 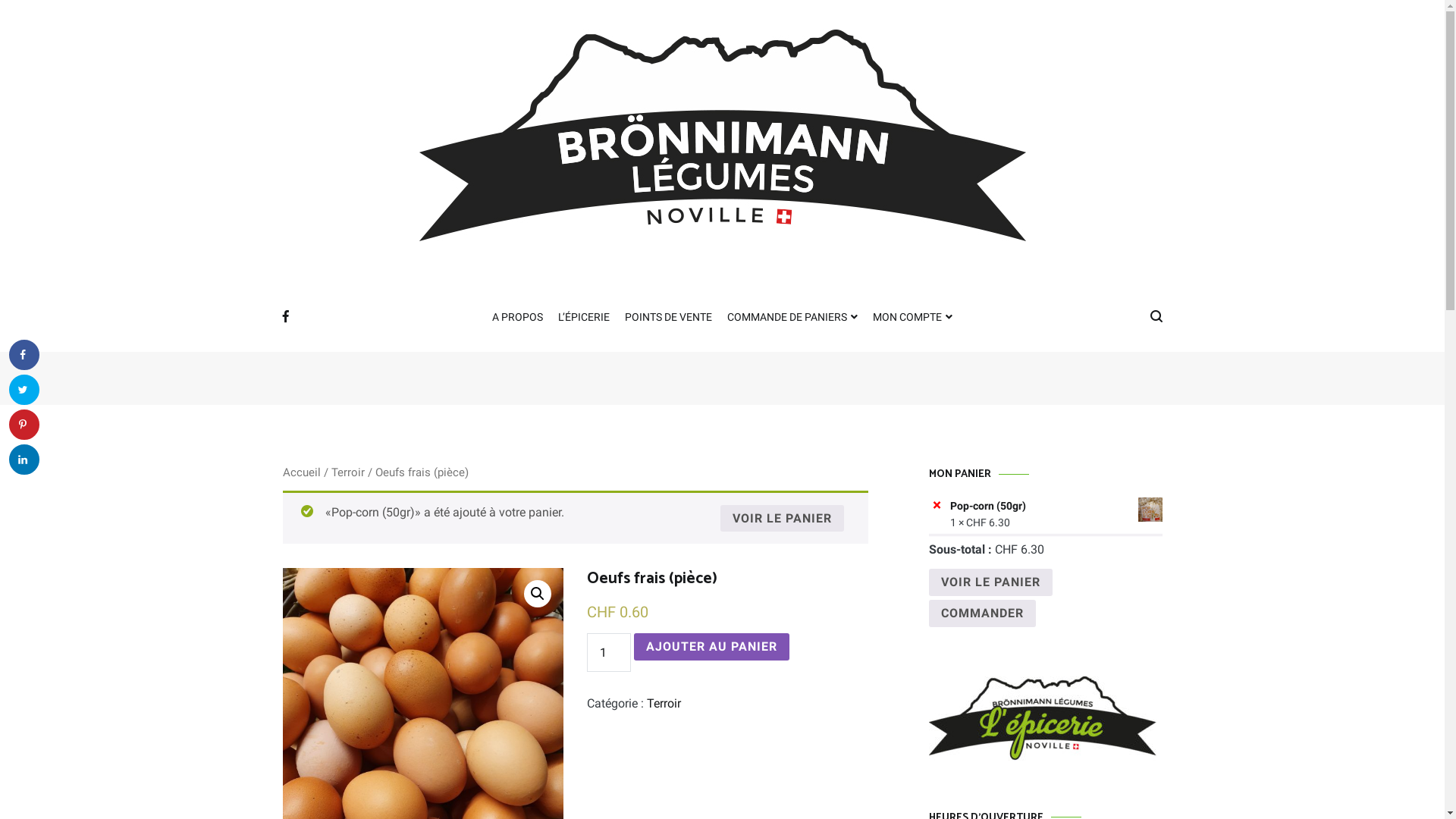 I want to click on 'A PROPOS', so click(x=517, y=317).